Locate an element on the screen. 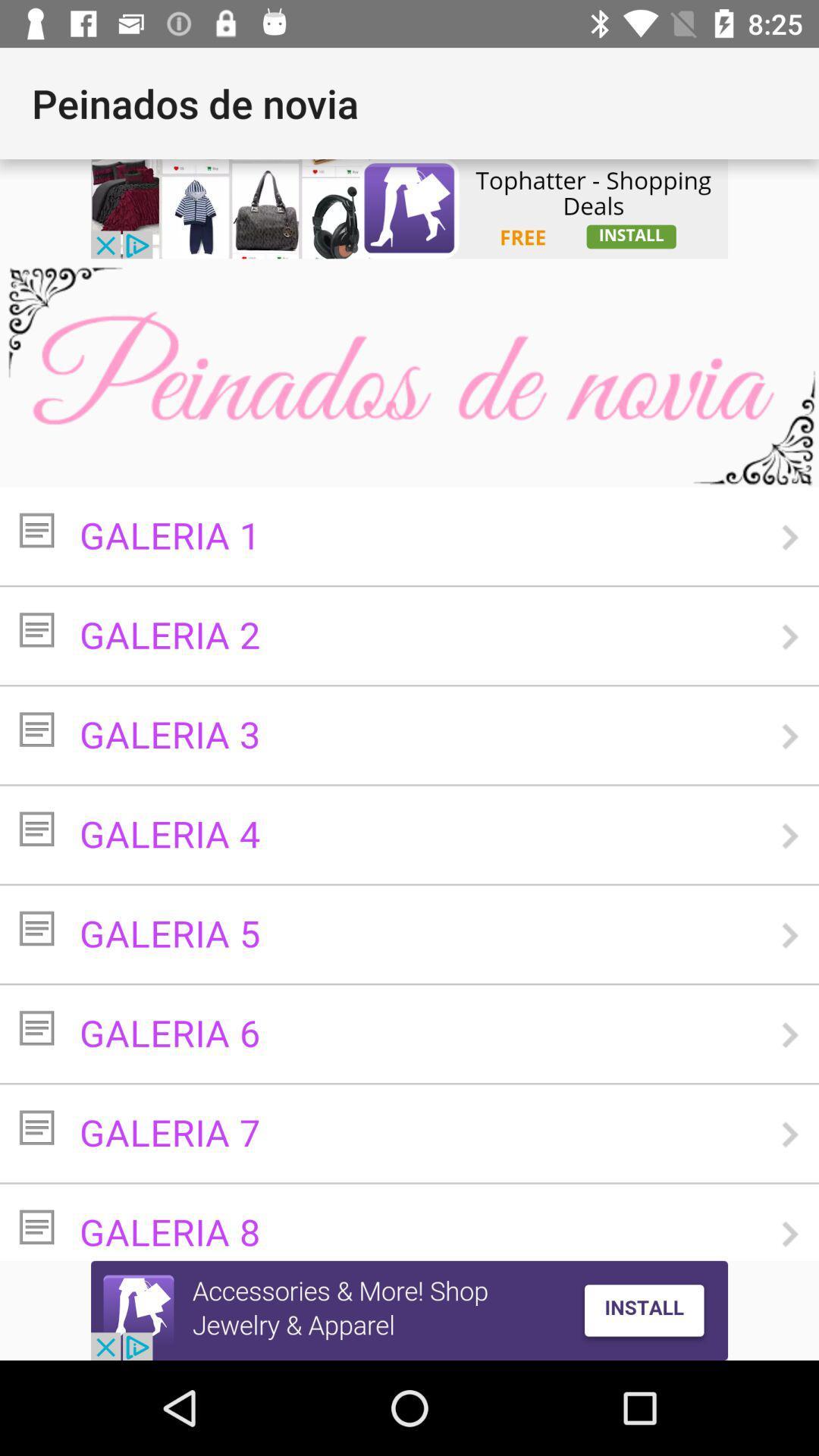 Image resolution: width=819 pixels, height=1456 pixels. click the tophatter advertisement is located at coordinates (409, 208).